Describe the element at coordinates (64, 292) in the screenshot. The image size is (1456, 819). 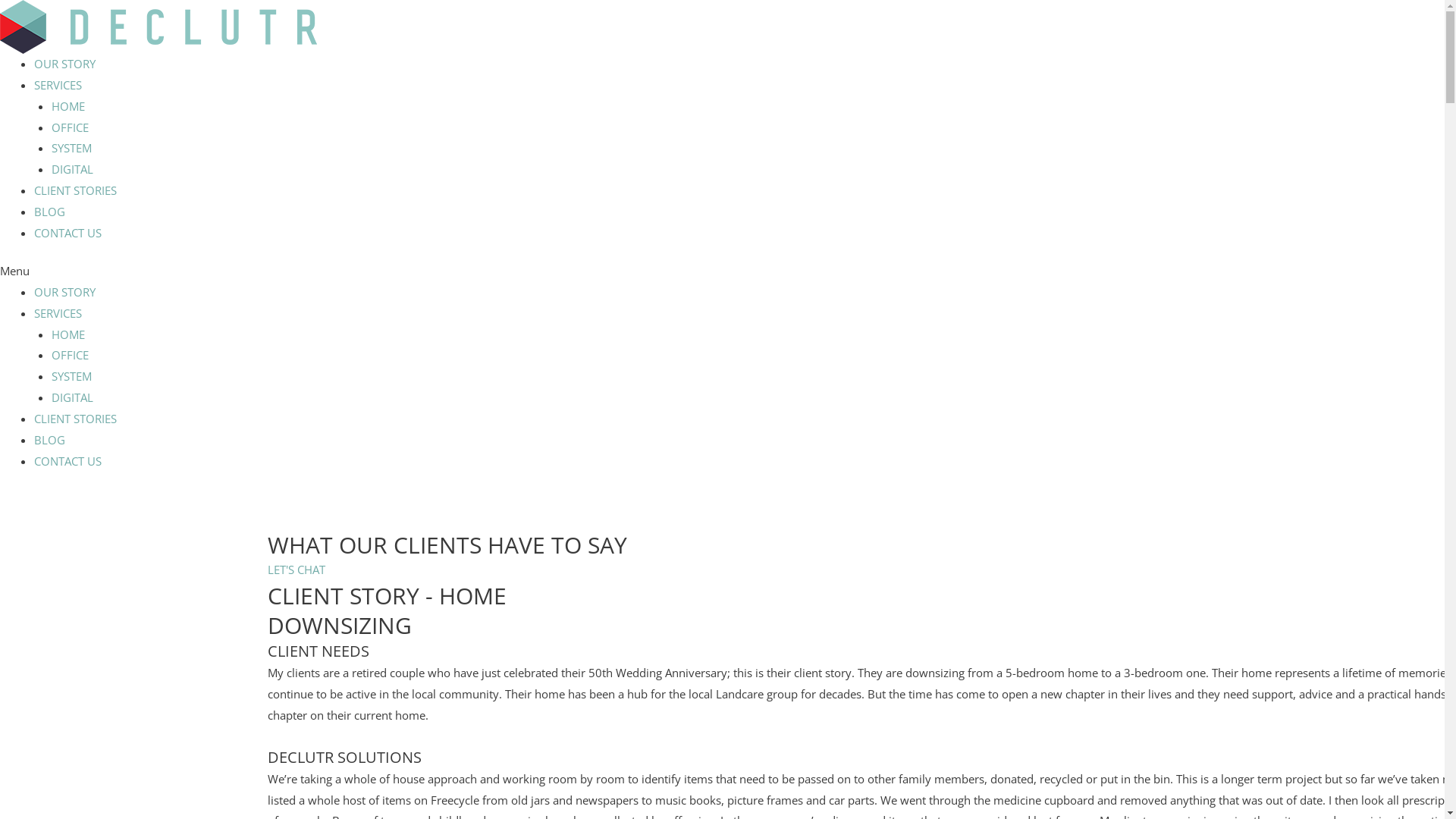
I see `'OUR STORY'` at that location.